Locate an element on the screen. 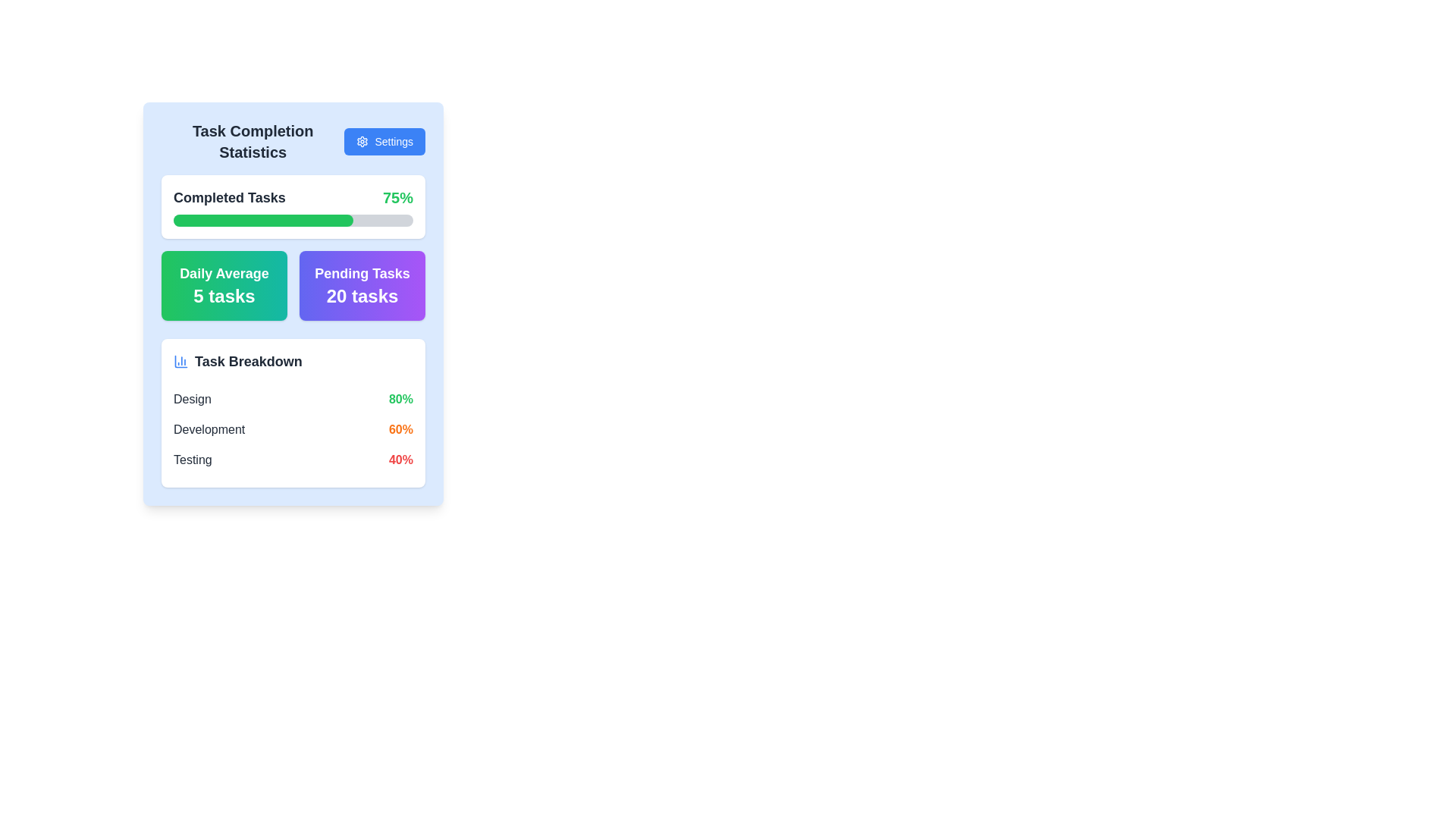 The image size is (1456, 819). the text label positioned in the lower-left section of the card, which serves as a heading or title for task distributions, located next to a bar chart icon is located at coordinates (248, 362).